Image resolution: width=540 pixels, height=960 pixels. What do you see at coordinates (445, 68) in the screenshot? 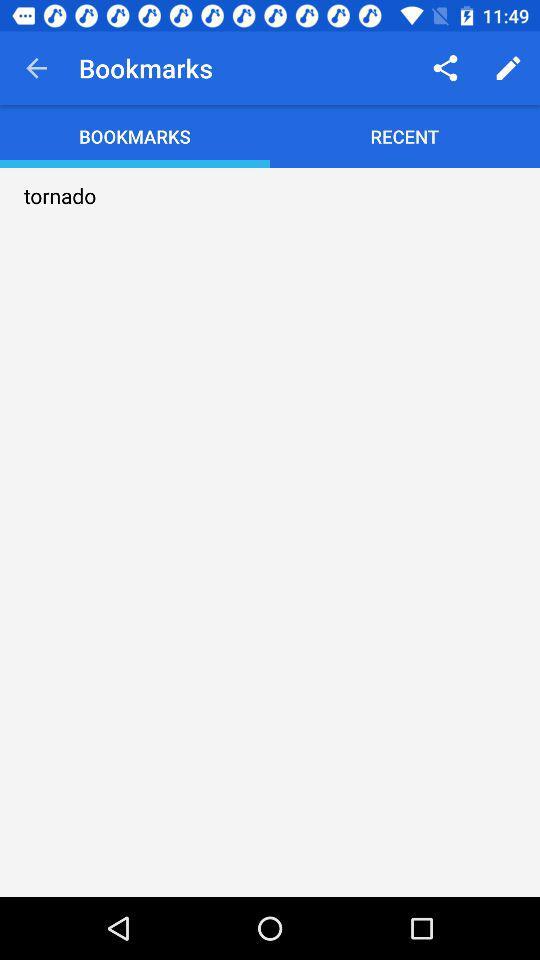
I see `the item above recent` at bounding box center [445, 68].